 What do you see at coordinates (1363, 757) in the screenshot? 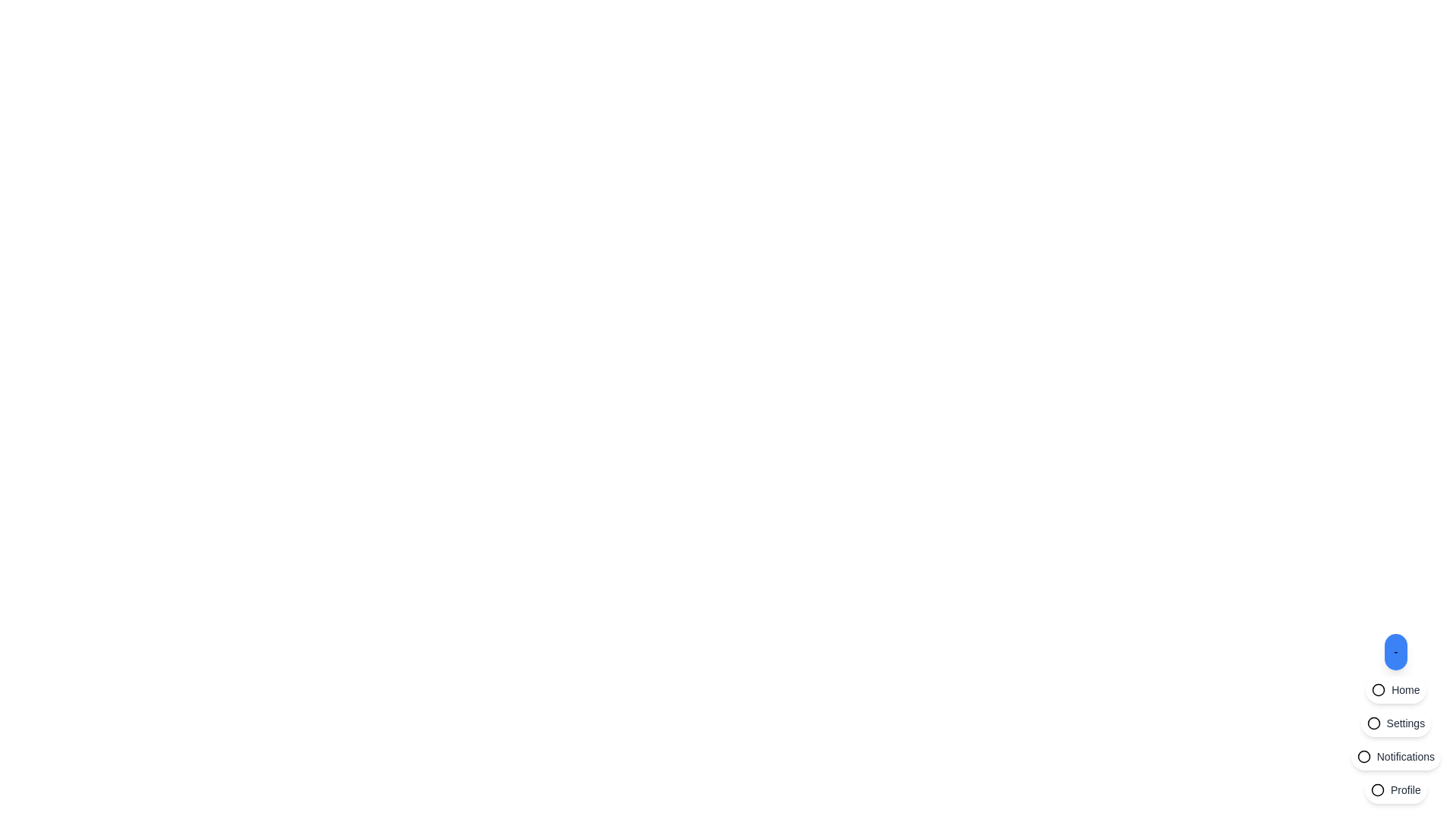
I see `the Circle icon with a black border located in the right-side vertical navigation panel beneath the larger blue circular button` at bounding box center [1363, 757].